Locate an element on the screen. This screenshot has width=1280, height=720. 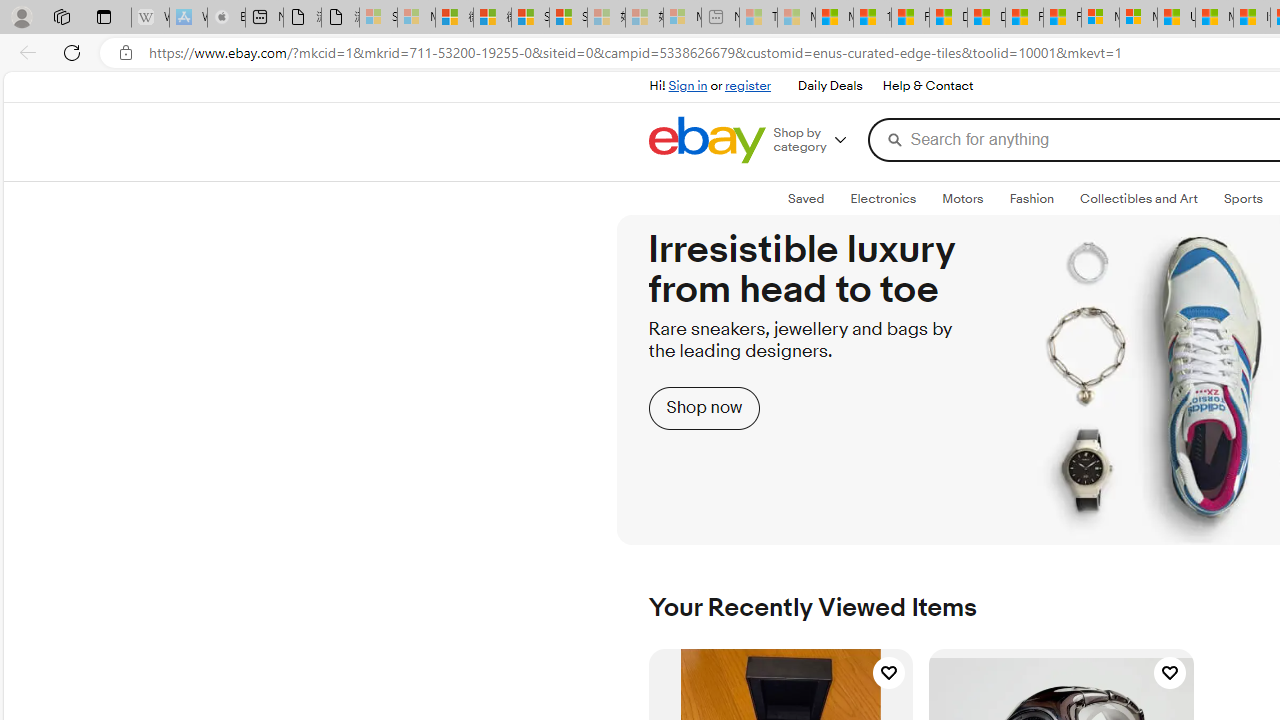
'eBay Home' is located at coordinates (706, 139).